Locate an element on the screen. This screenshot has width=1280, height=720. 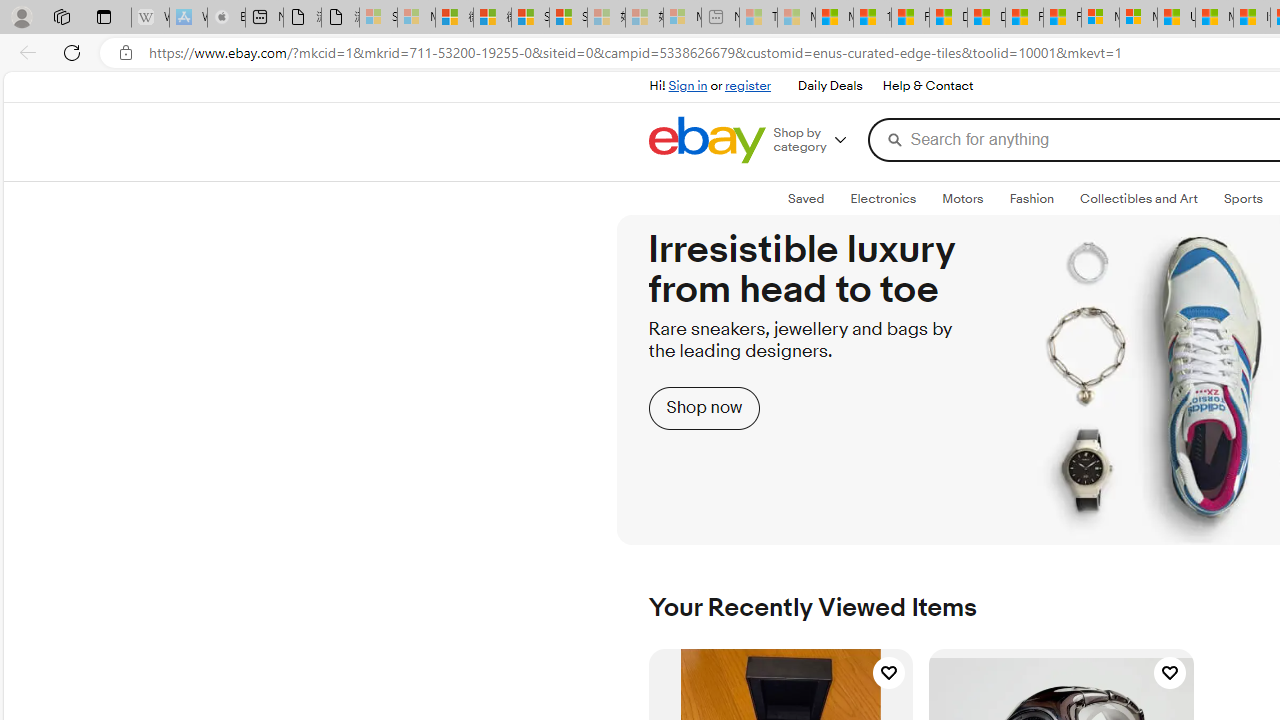
'eBay Home' is located at coordinates (706, 139).